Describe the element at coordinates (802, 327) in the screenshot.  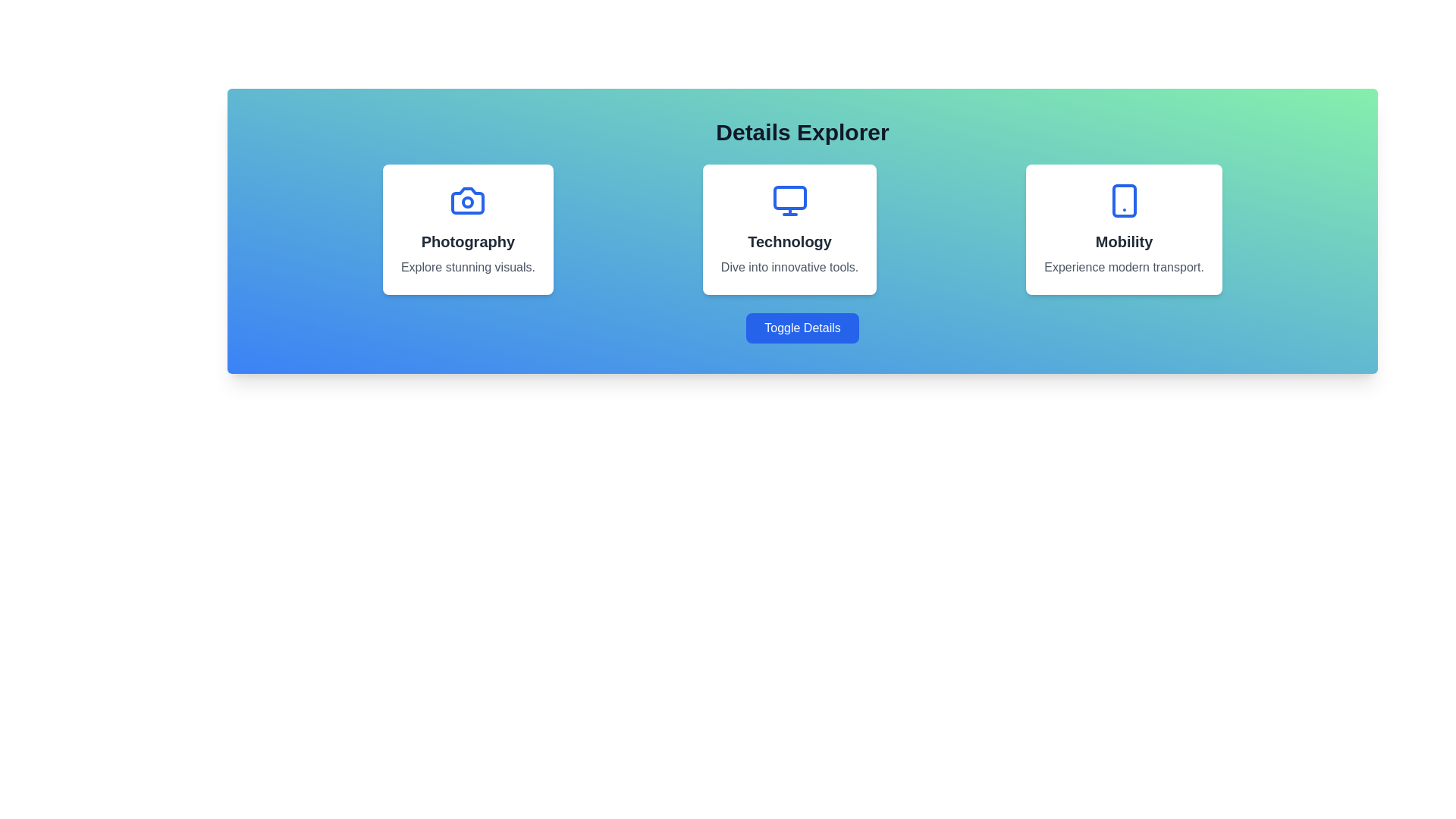
I see `the 'Toggle Details' button, which is a rectangular button with a blue background and white text, located beneath the 'Technology' card in the 'Details Explorer' section` at that location.